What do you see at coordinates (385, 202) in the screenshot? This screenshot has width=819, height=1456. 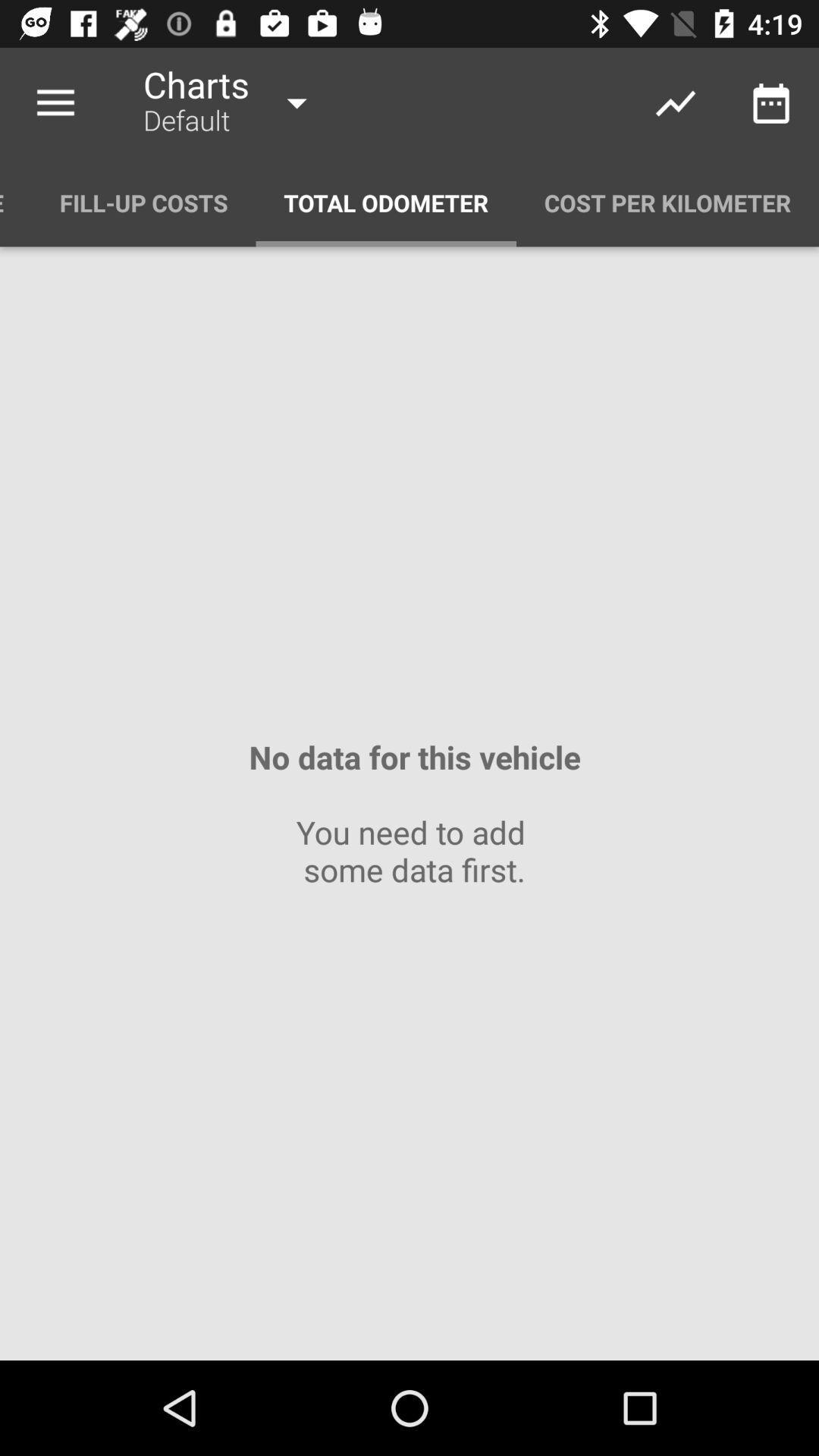 I see `the item next to the cost per kilometer item` at bounding box center [385, 202].